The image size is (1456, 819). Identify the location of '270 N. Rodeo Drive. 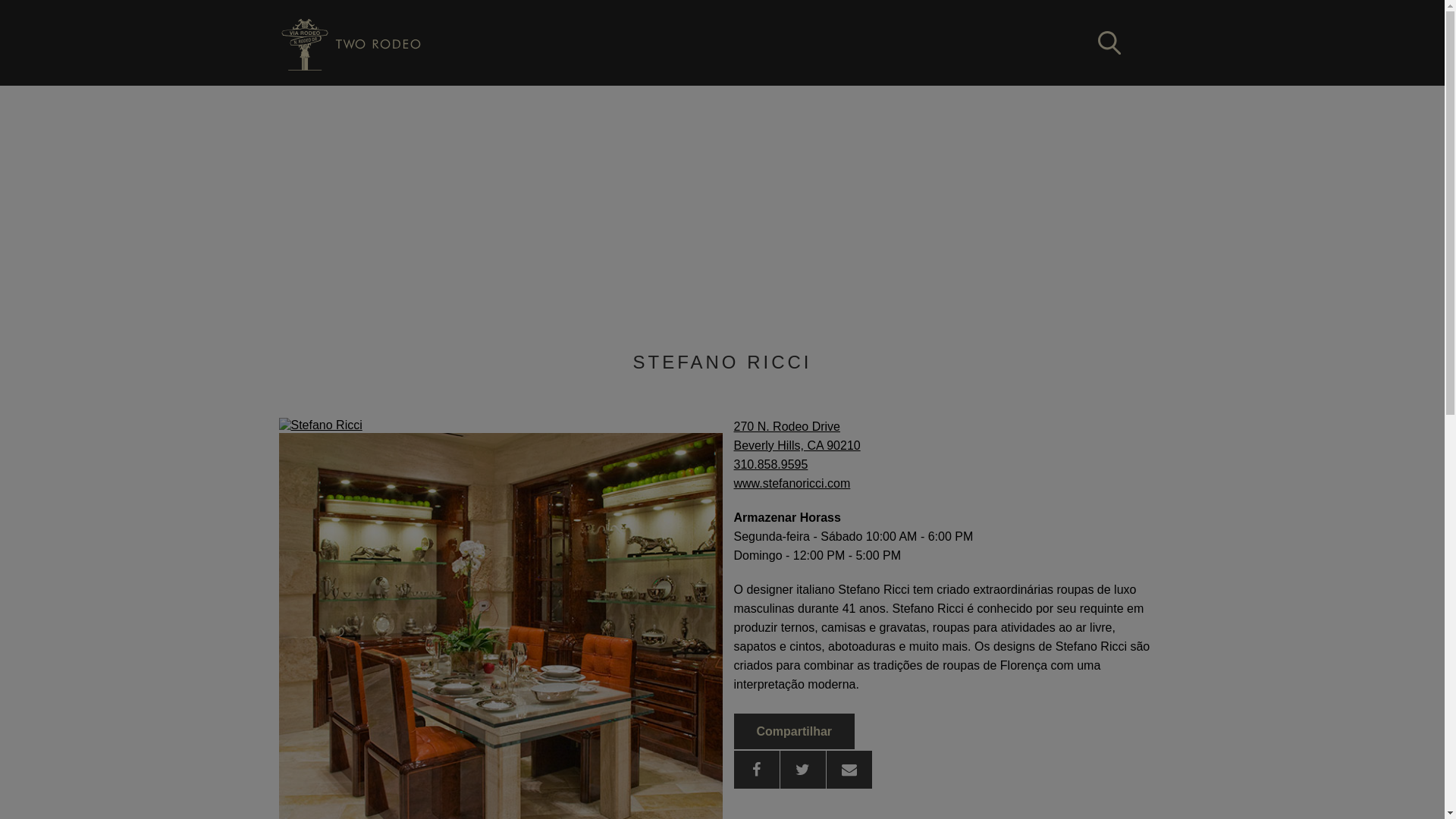
(796, 435).